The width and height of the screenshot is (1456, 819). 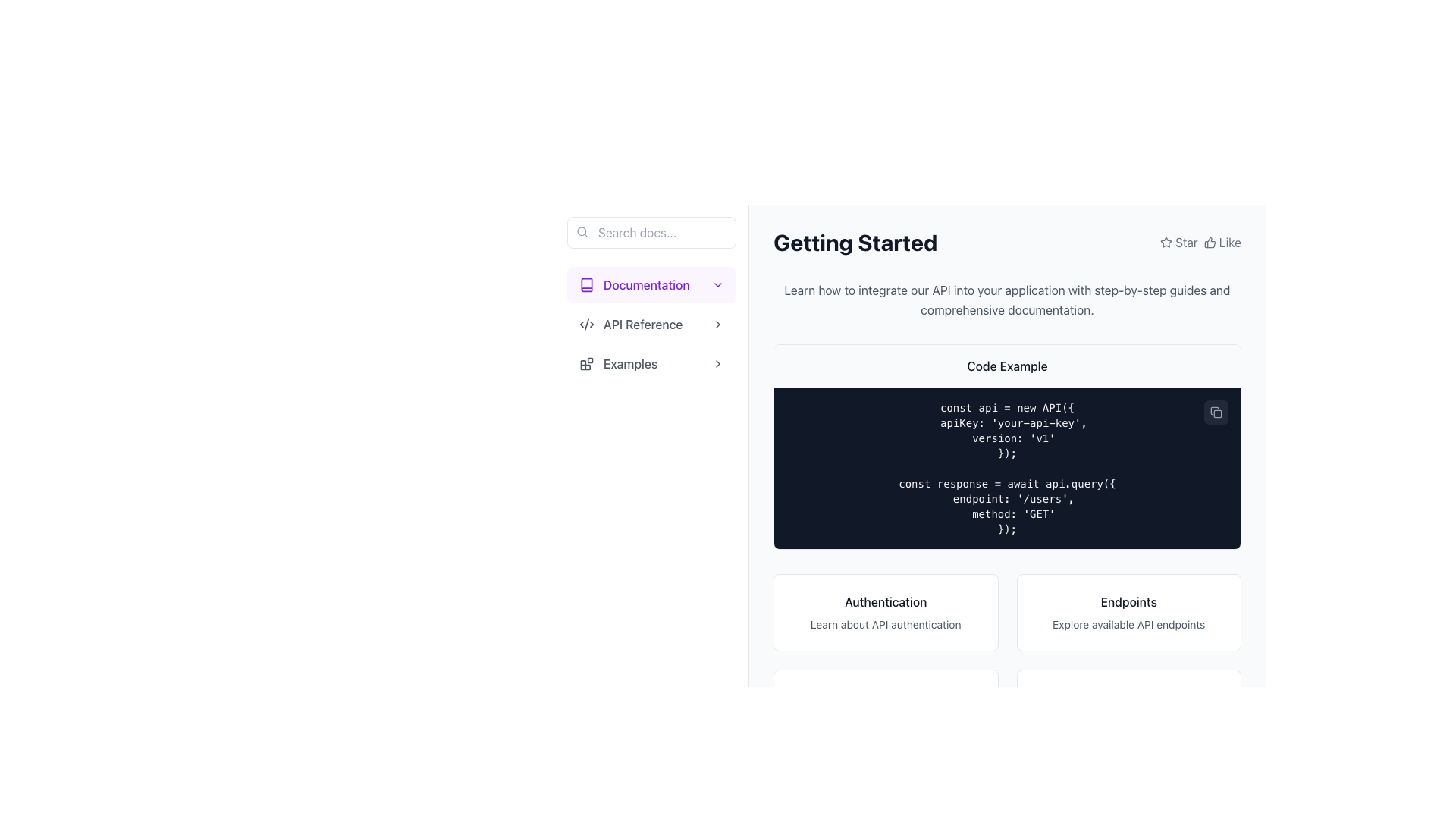 What do you see at coordinates (1185, 242) in the screenshot?
I see `the 'Star' text label located in the top-right section of the interface, which is part of a group with a star icon to its left` at bounding box center [1185, 242].